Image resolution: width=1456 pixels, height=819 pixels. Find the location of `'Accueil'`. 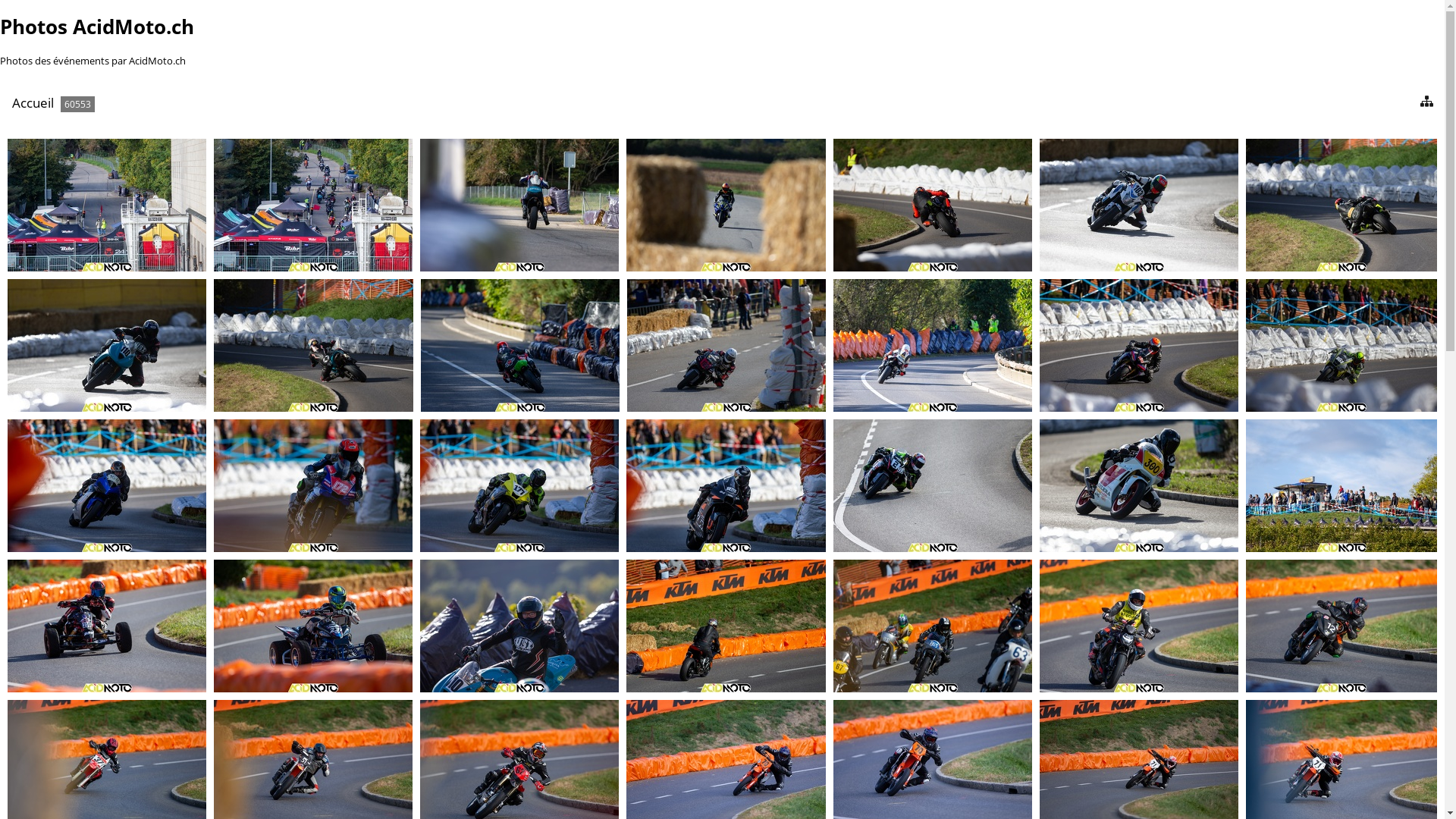

'Accueil' is located at coordinates (33, 102).